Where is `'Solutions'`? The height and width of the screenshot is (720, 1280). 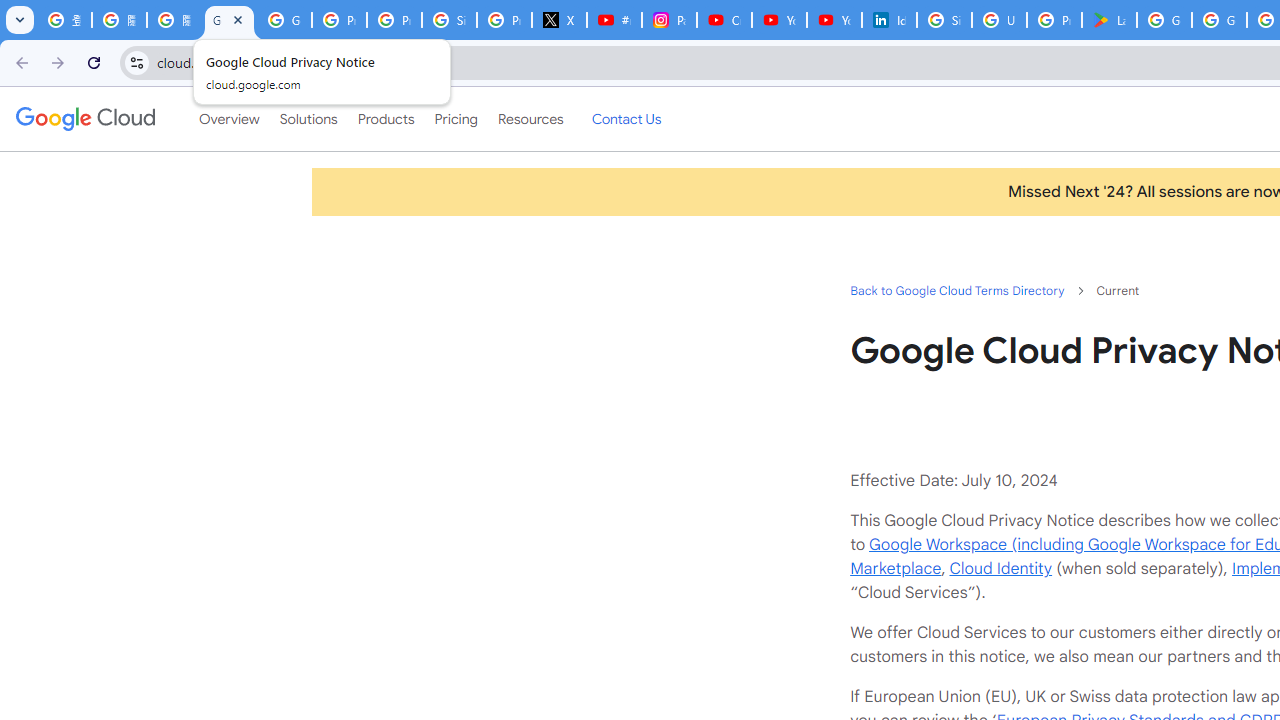
'Solutions' is located at coordinates (307, 119).